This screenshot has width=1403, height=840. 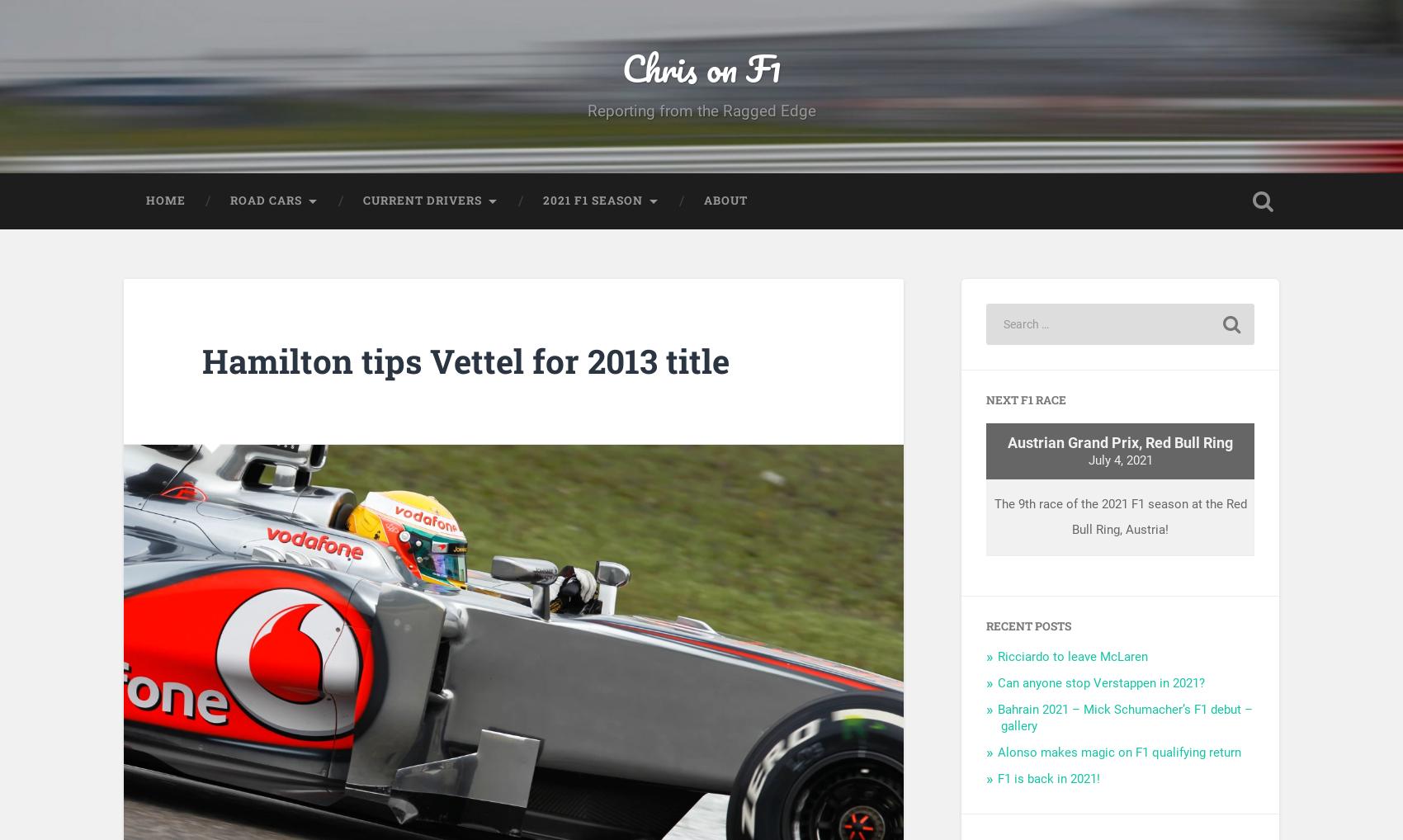 What do you see at coordinates (201, 369) in the screenshot?
I see `'Hamilton tips Vettel for 2013 title'` at bounding box center [201, 369].